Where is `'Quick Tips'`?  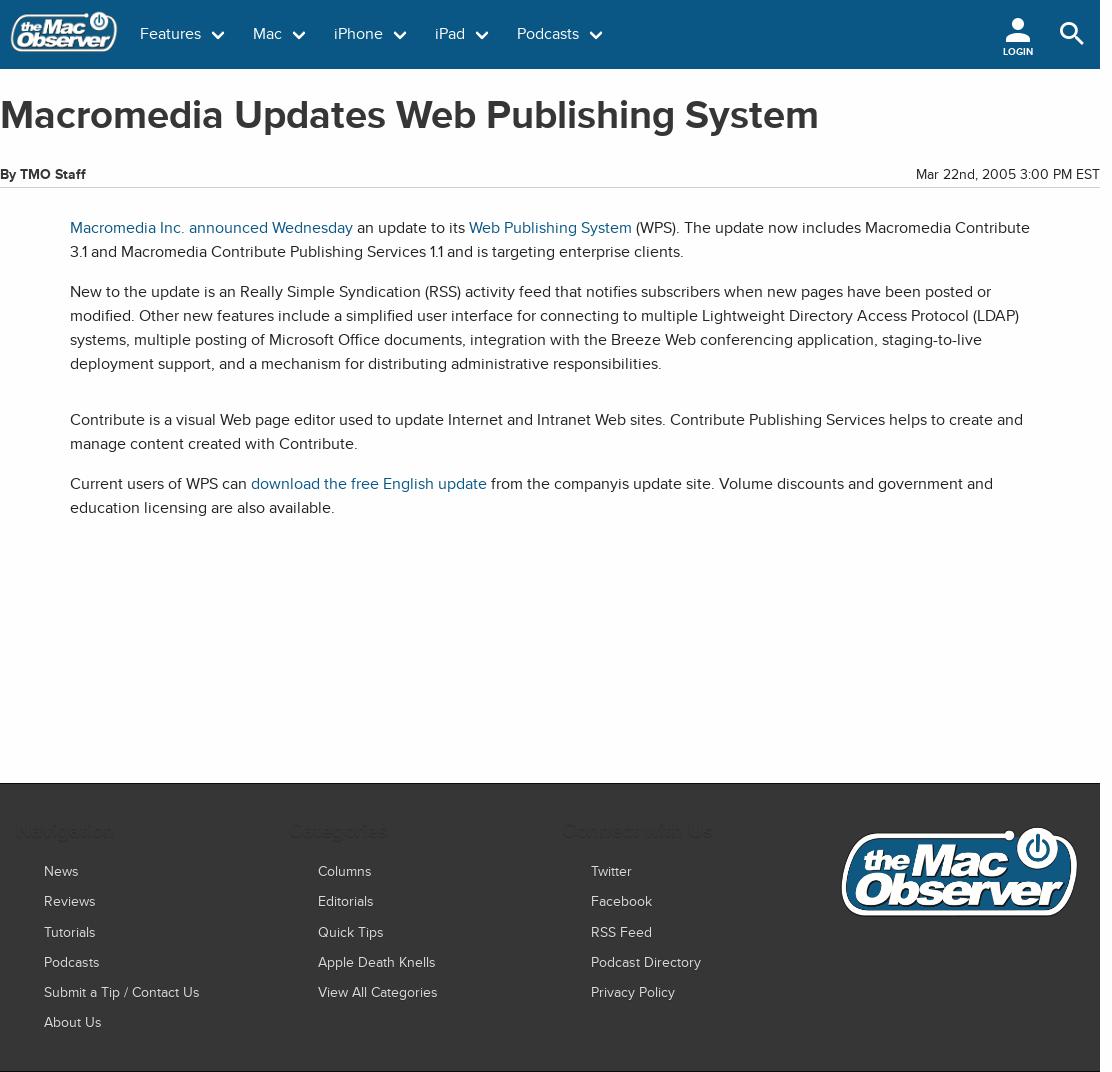
'Quick Tips' is located at coordinates (348, 930).